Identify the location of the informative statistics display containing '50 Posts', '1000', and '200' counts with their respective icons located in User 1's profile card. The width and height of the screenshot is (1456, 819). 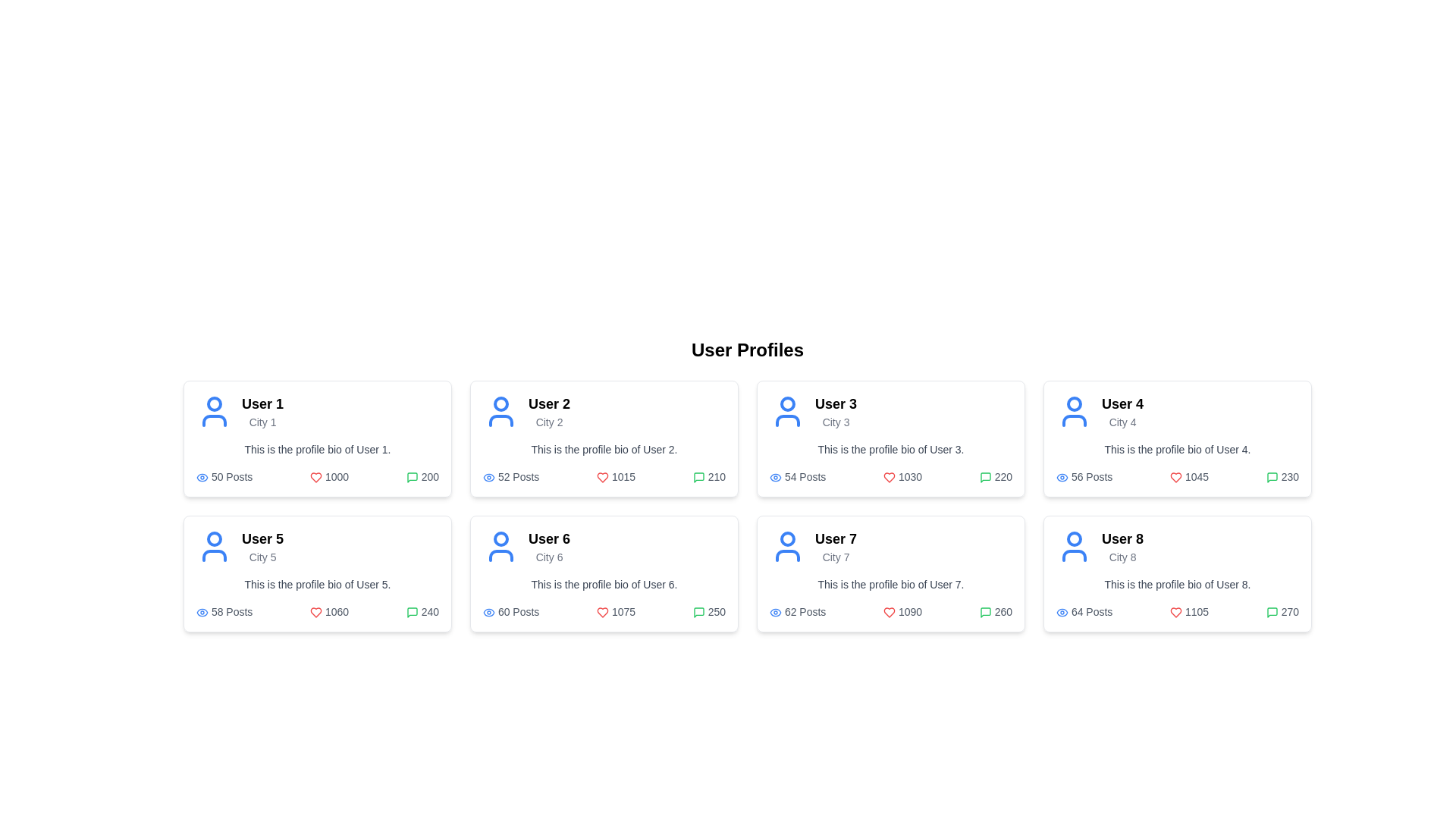
(316, 475).